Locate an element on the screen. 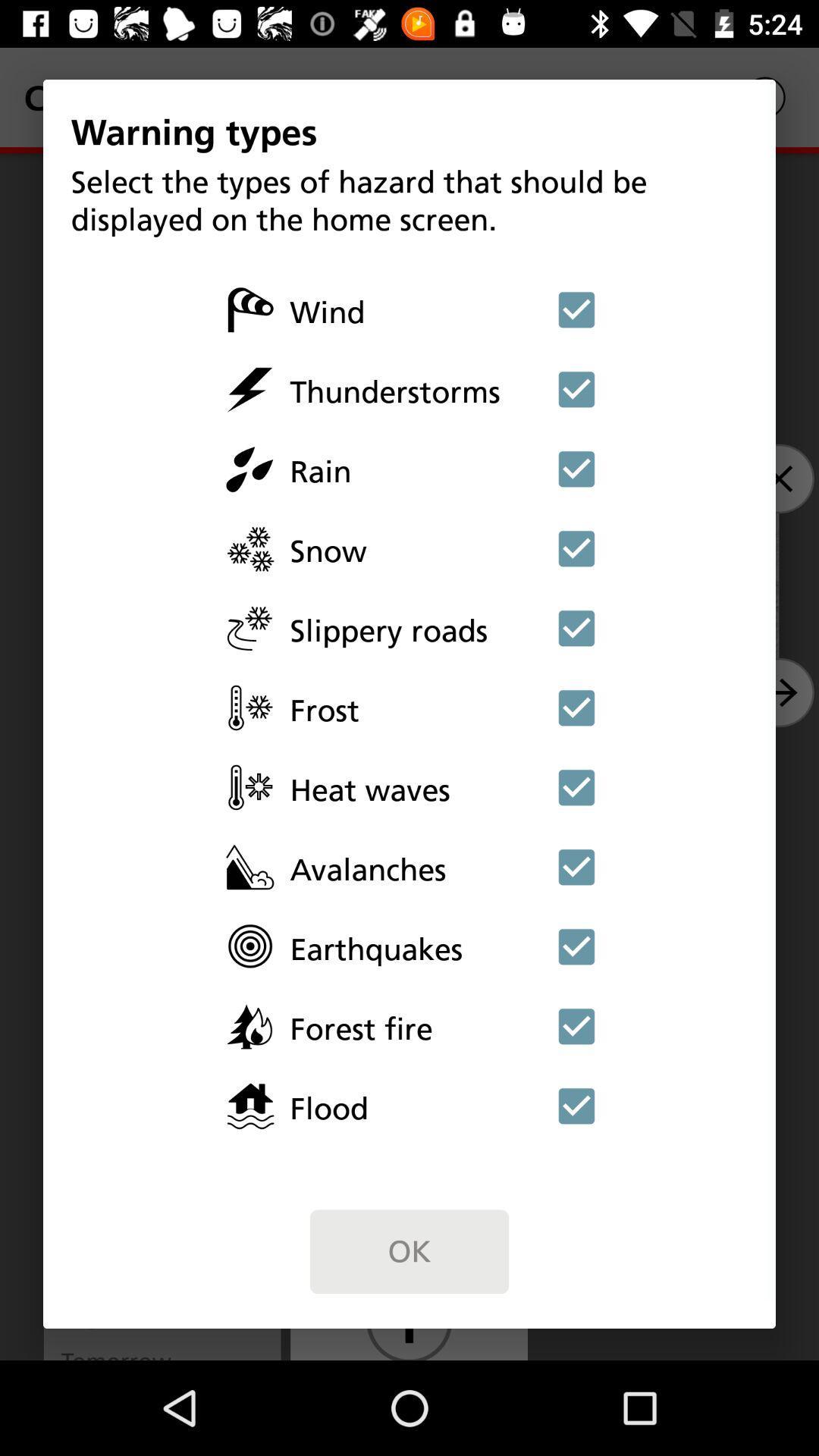  deselect option is located at coordinates (576, 468).